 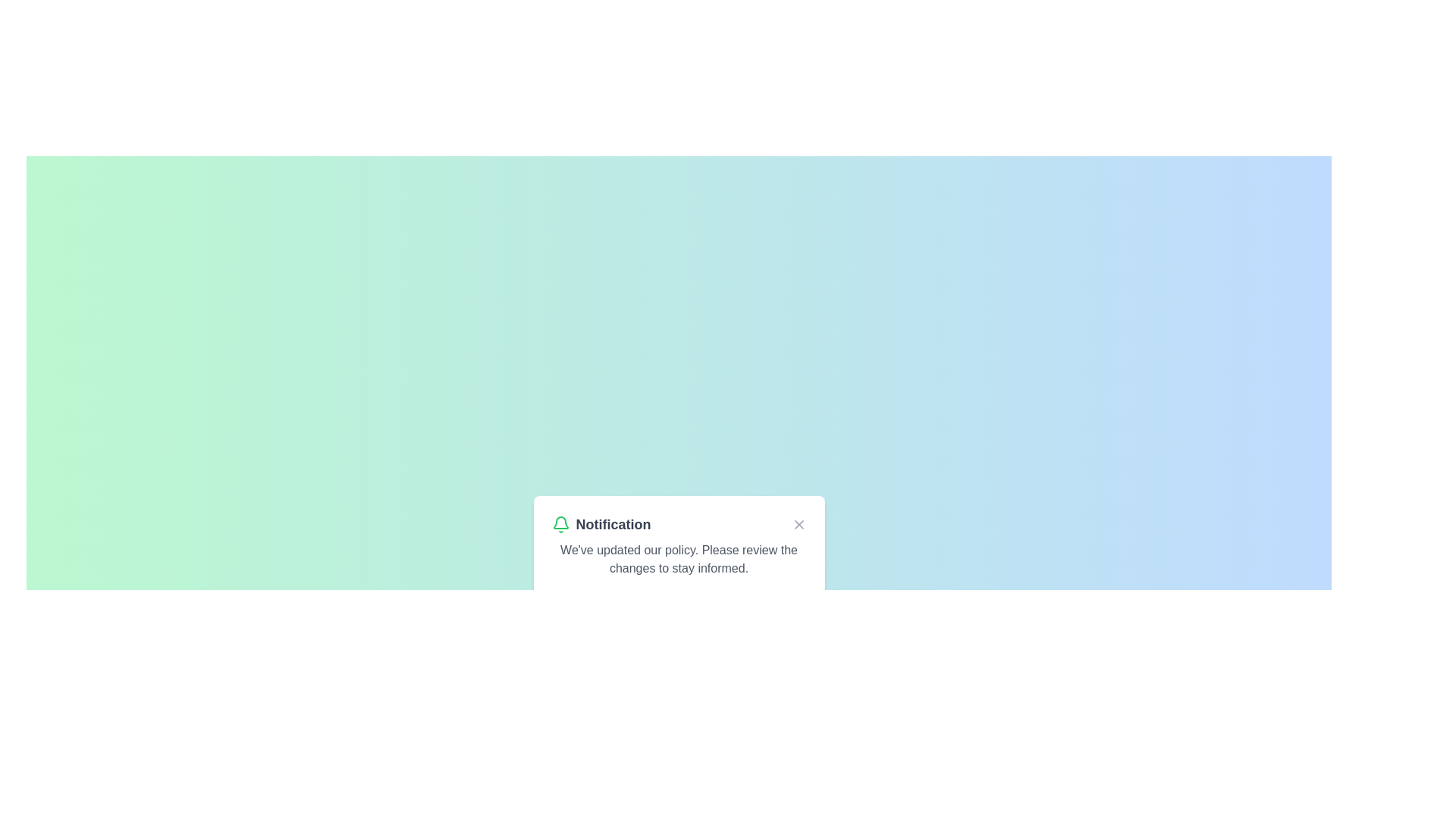 What do you see at coordinates (560, 522) in the screenshot?
I see `the bell-shaped icon representing notifications in the lower central area of the floating notification card` at bounding box center [560, 522].